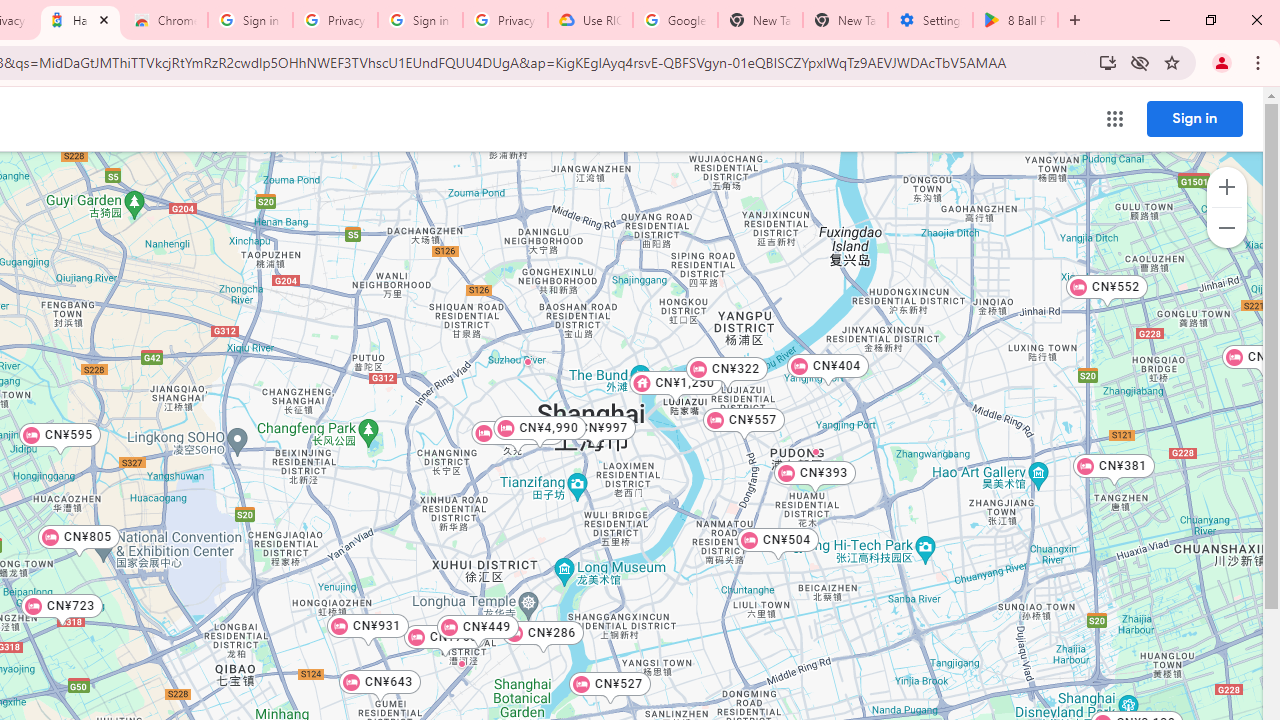  What do you see at coordinates (1225, 226) in the screenshot?
I see `'Zoom out map'` at bounding box center [1225, 226].